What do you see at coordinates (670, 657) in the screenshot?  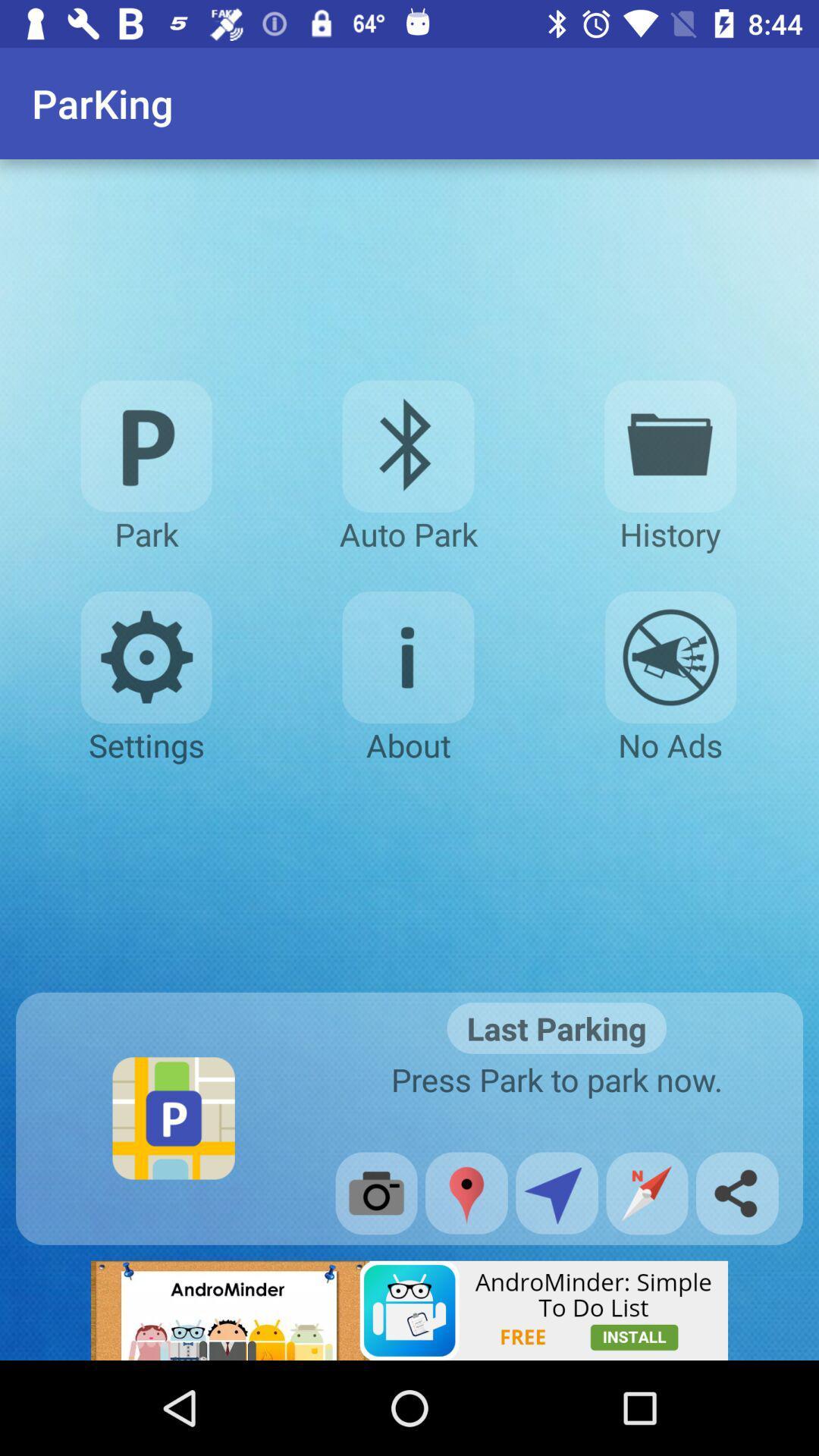 I see `tap to stop advertisements` at bounding box center [670, 657].